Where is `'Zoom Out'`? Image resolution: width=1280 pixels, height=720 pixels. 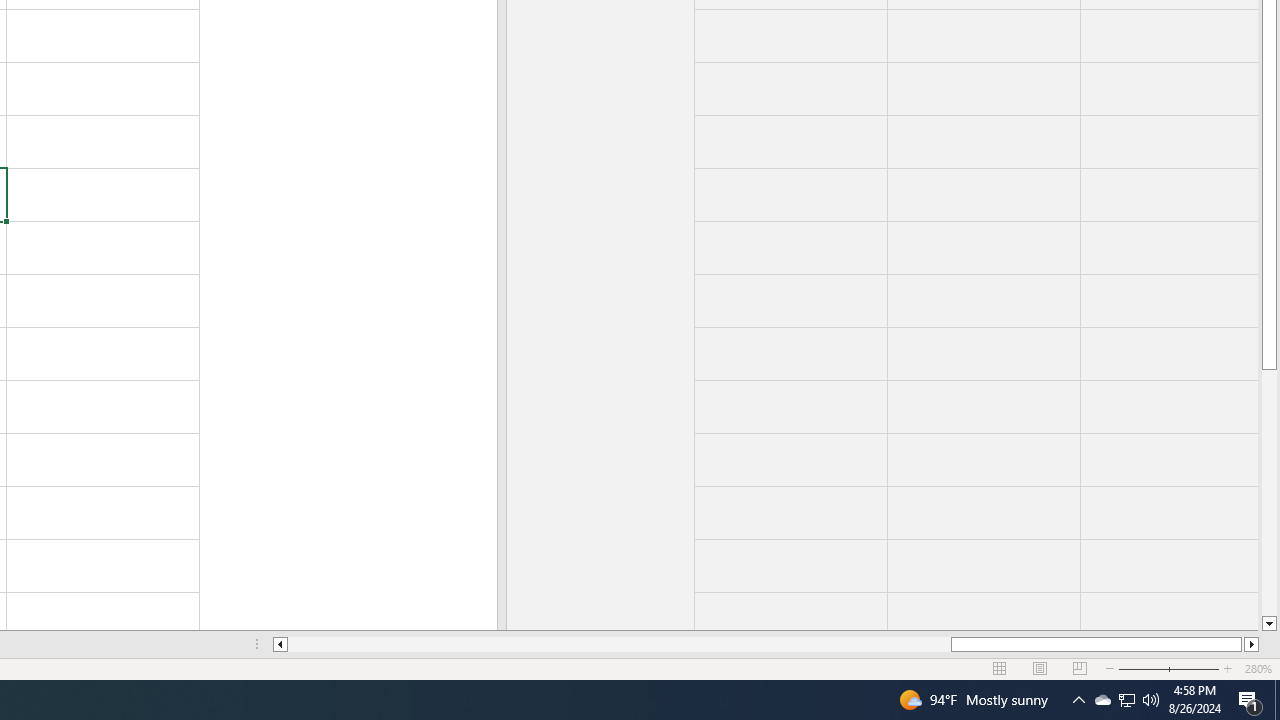 'Zoom Out' is located at coordinates (1157, 669).